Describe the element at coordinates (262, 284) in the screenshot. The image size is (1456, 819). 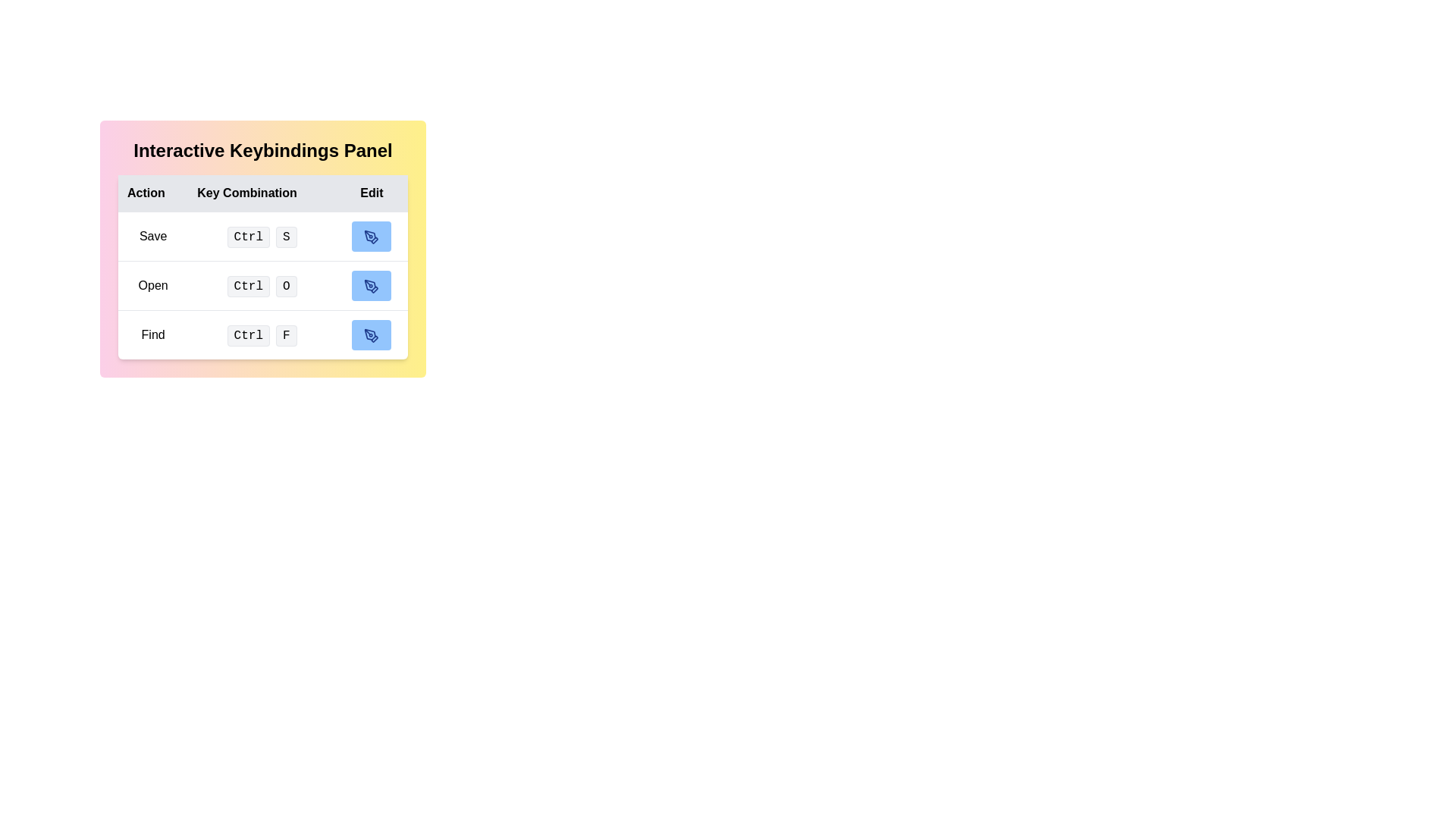
I see `the second row of the table representing the shortcut key setting for the 'Open' command` at that location.